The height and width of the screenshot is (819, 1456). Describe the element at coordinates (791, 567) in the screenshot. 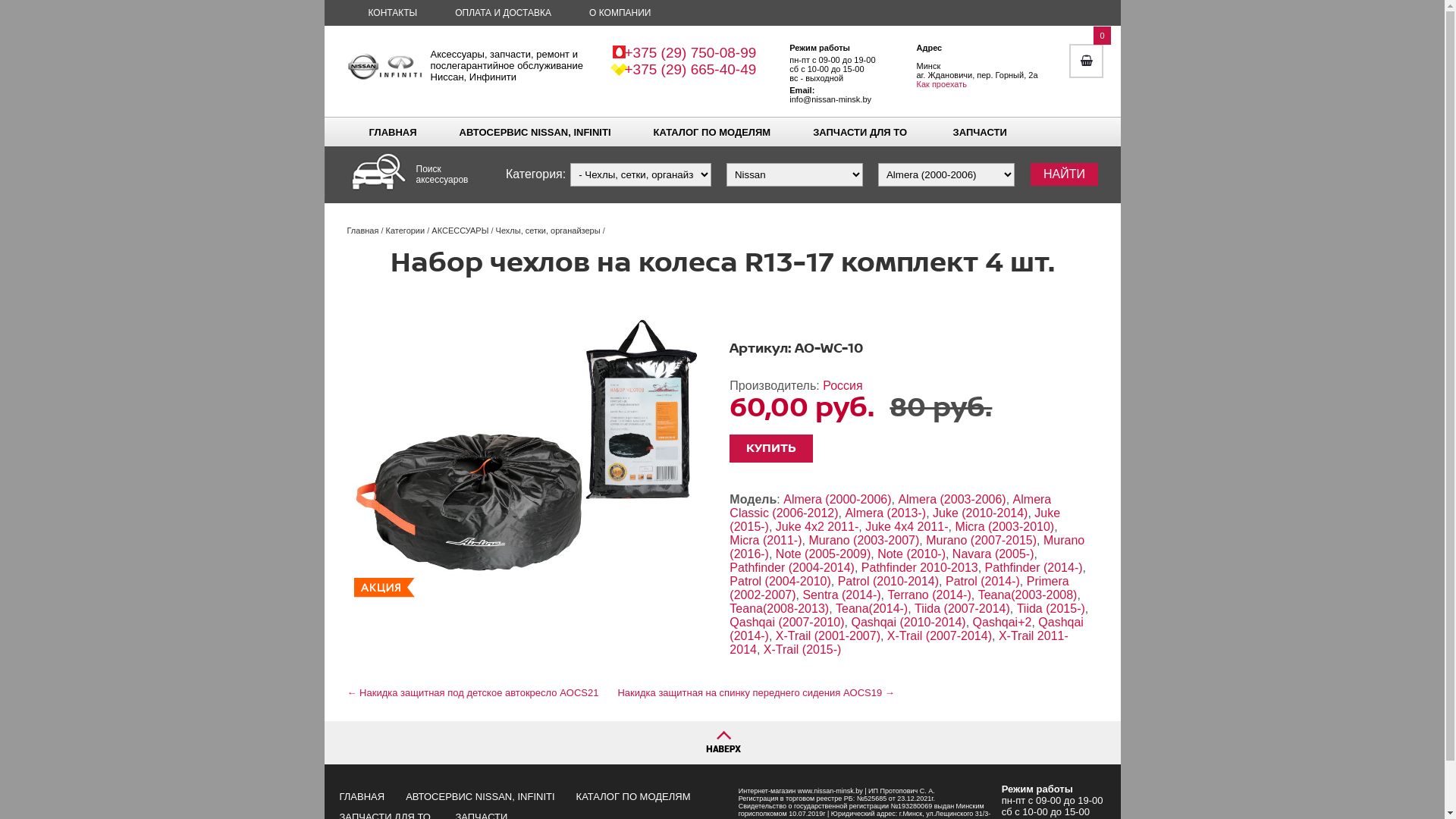

I see `'Pathfinder (2004-2014)'` at that location.